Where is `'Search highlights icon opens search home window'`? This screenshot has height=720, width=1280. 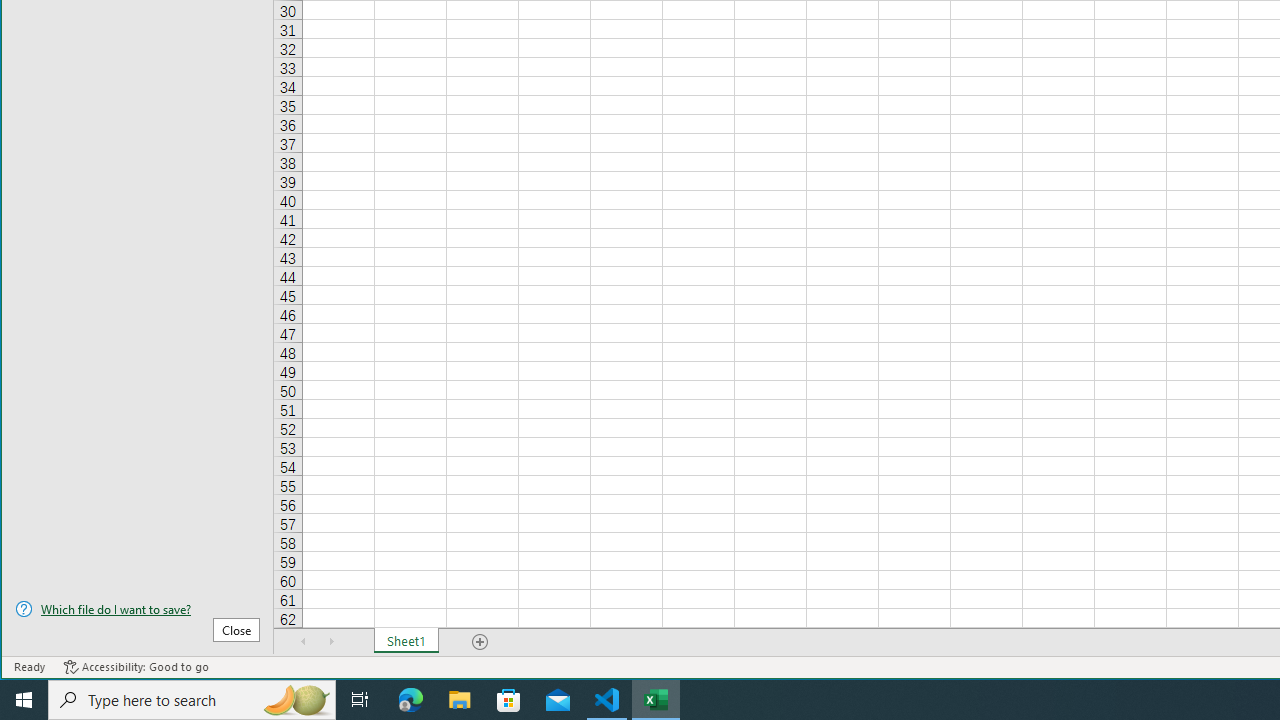 'Search highlights icon opens search home window' is located at coordinates (294, 698).